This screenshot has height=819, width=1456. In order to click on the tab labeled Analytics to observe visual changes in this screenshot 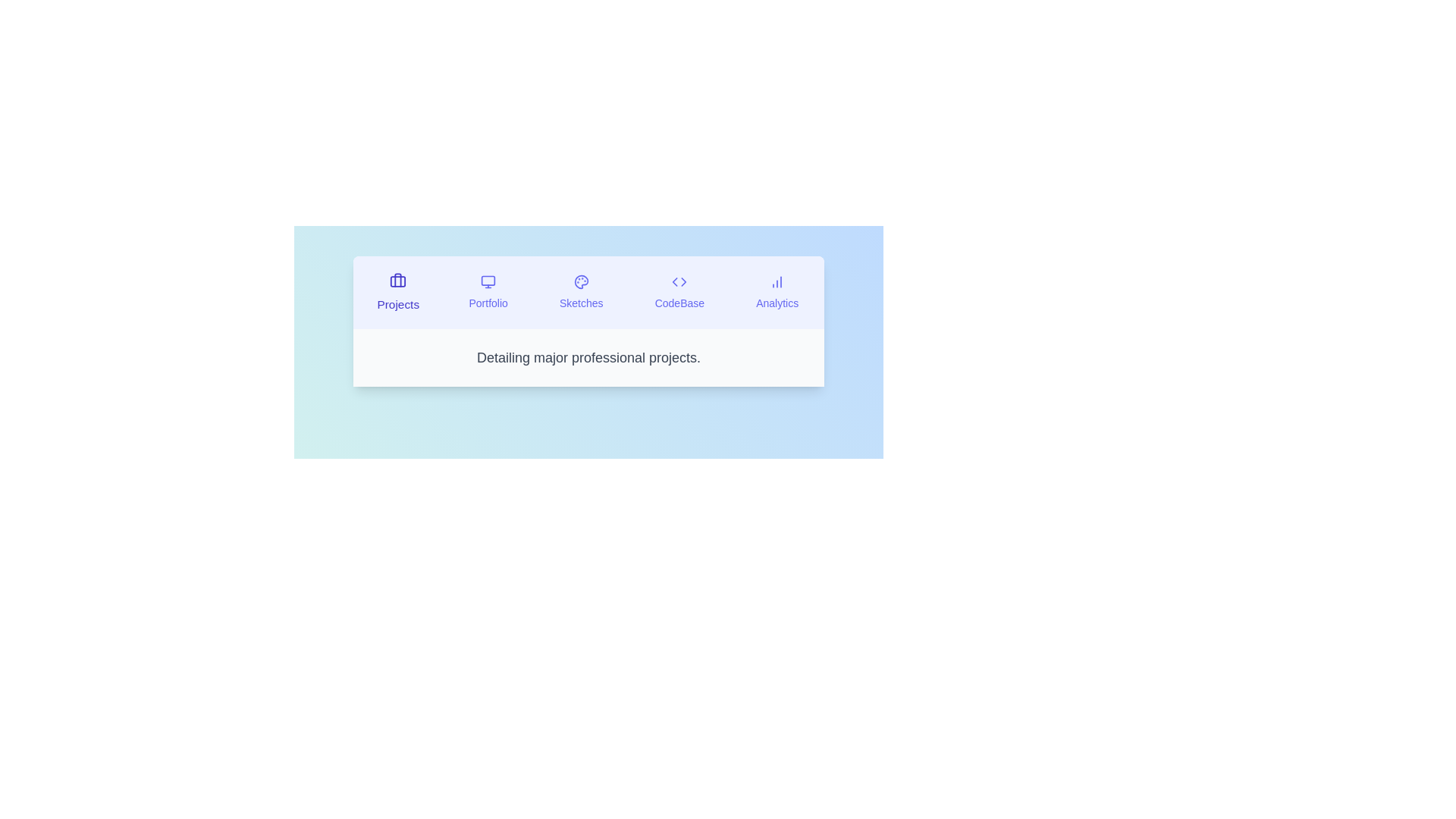, I will do `click(777, 292)`.